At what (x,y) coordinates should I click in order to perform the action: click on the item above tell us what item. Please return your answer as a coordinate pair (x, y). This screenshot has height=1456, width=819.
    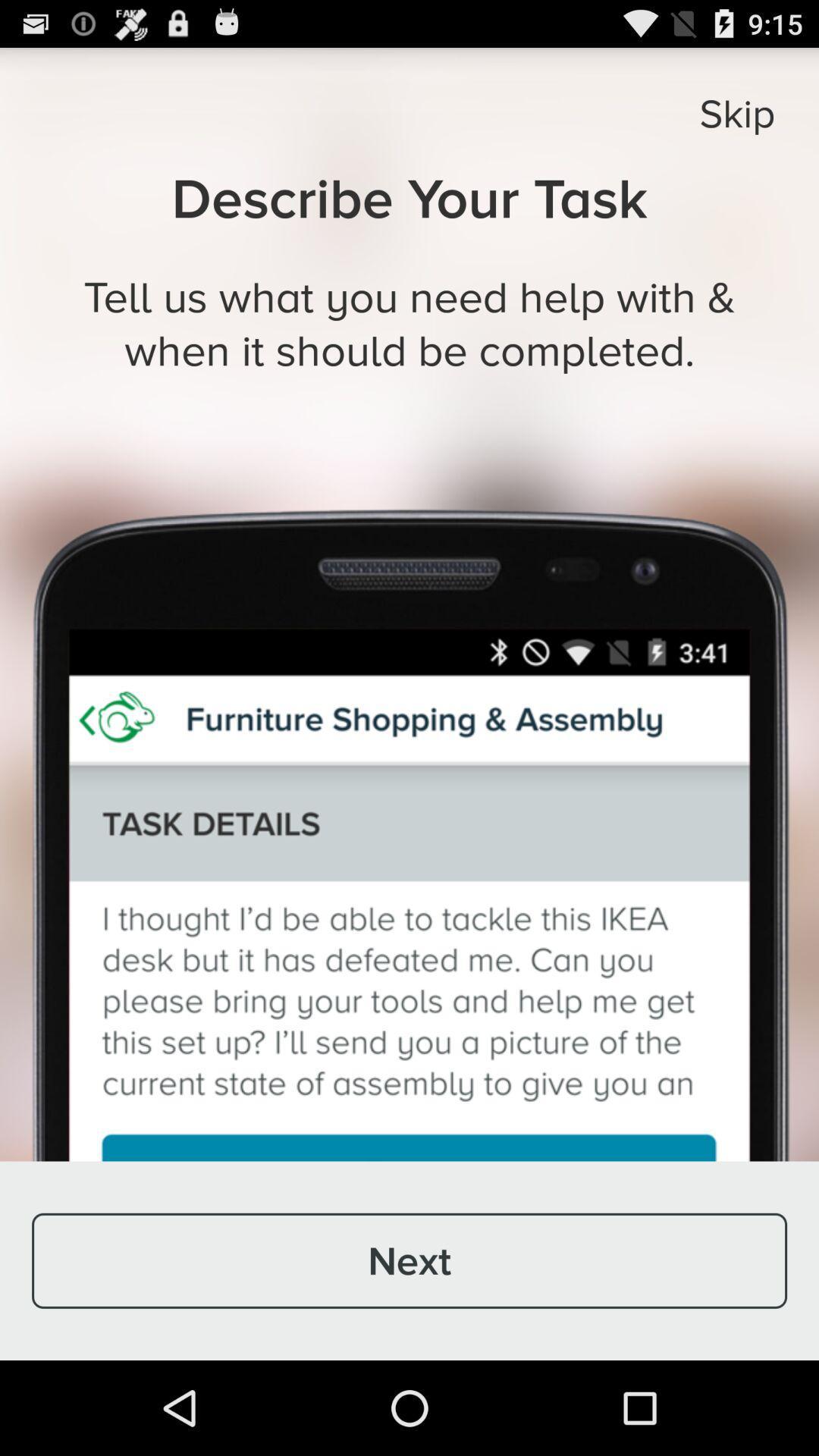
    Looking at the image, I should click on (736, 112).